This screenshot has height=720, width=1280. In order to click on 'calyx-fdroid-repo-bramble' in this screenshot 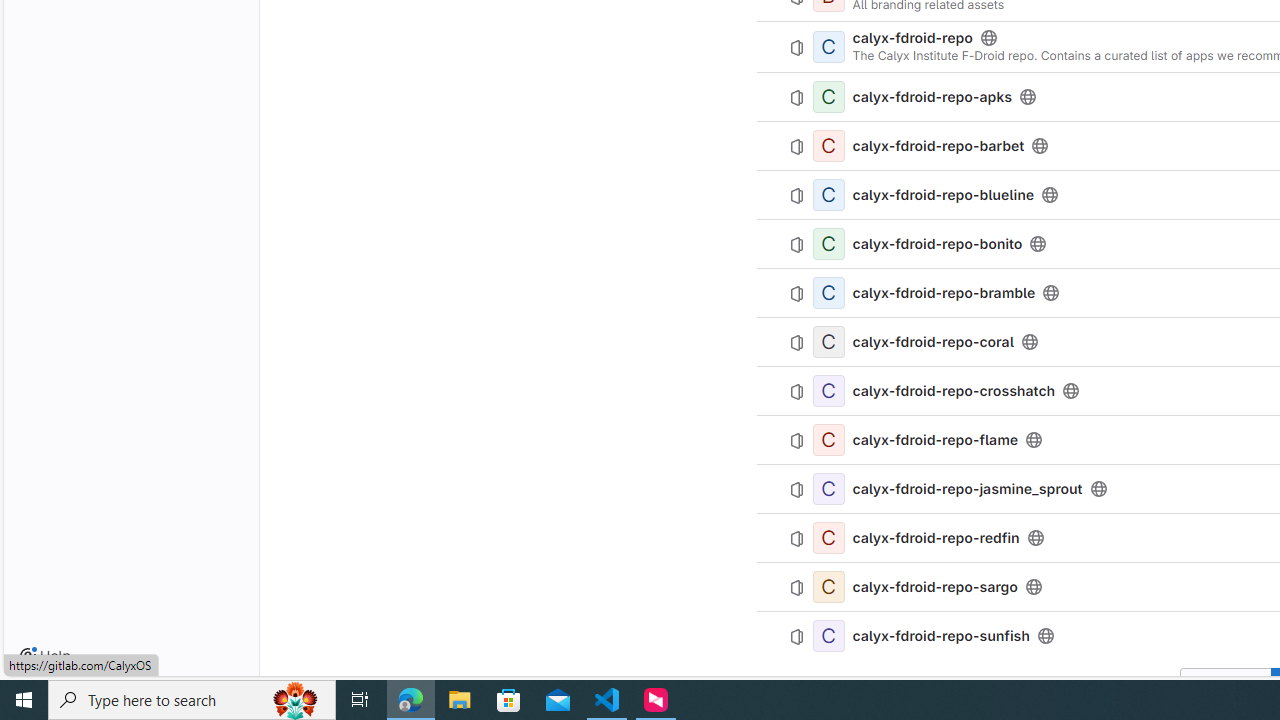, I will do `click(943, 293)`.